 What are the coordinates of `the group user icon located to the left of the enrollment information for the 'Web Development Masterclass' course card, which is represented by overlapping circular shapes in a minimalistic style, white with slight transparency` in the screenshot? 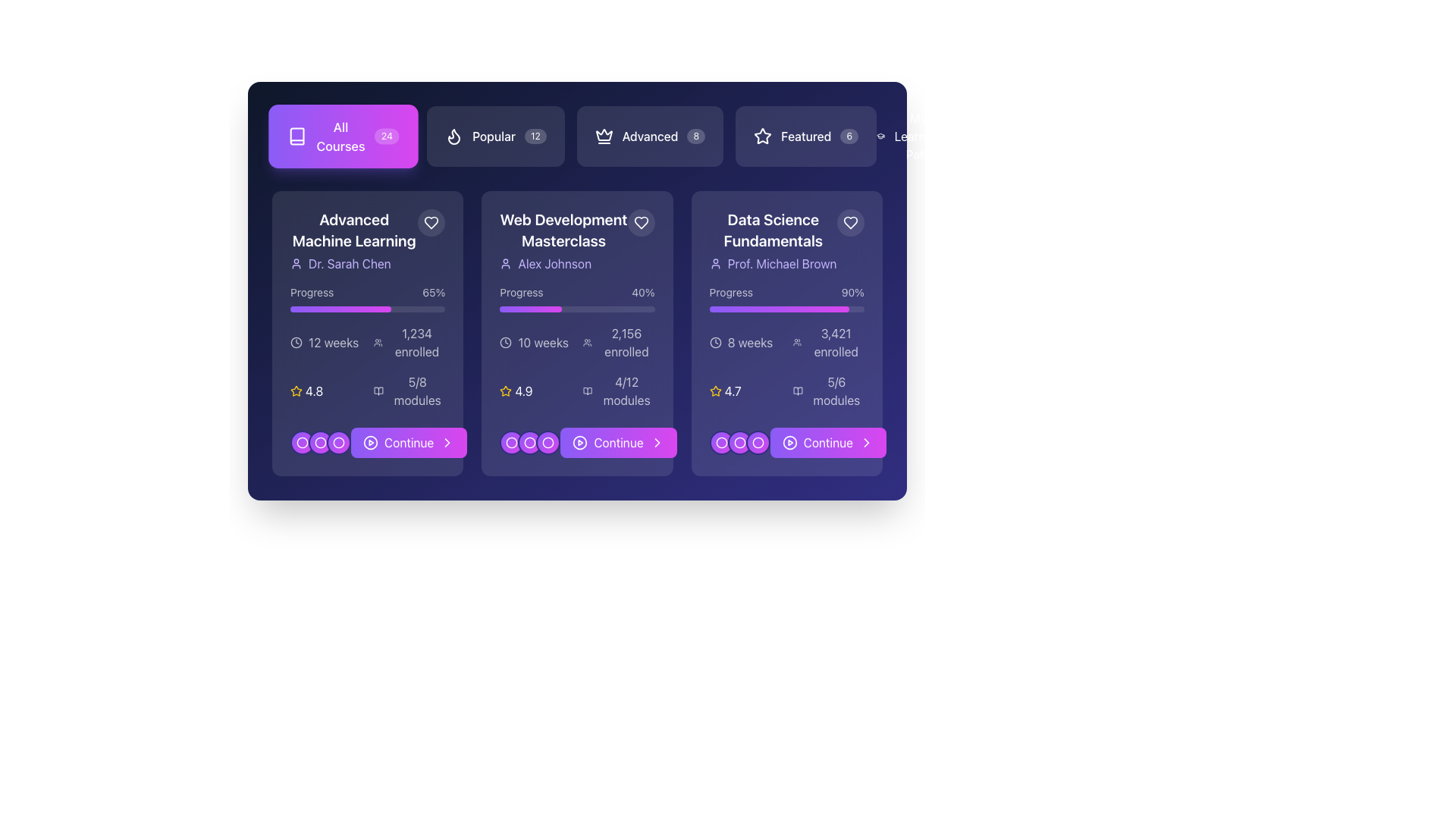 It's located at (587, 342).